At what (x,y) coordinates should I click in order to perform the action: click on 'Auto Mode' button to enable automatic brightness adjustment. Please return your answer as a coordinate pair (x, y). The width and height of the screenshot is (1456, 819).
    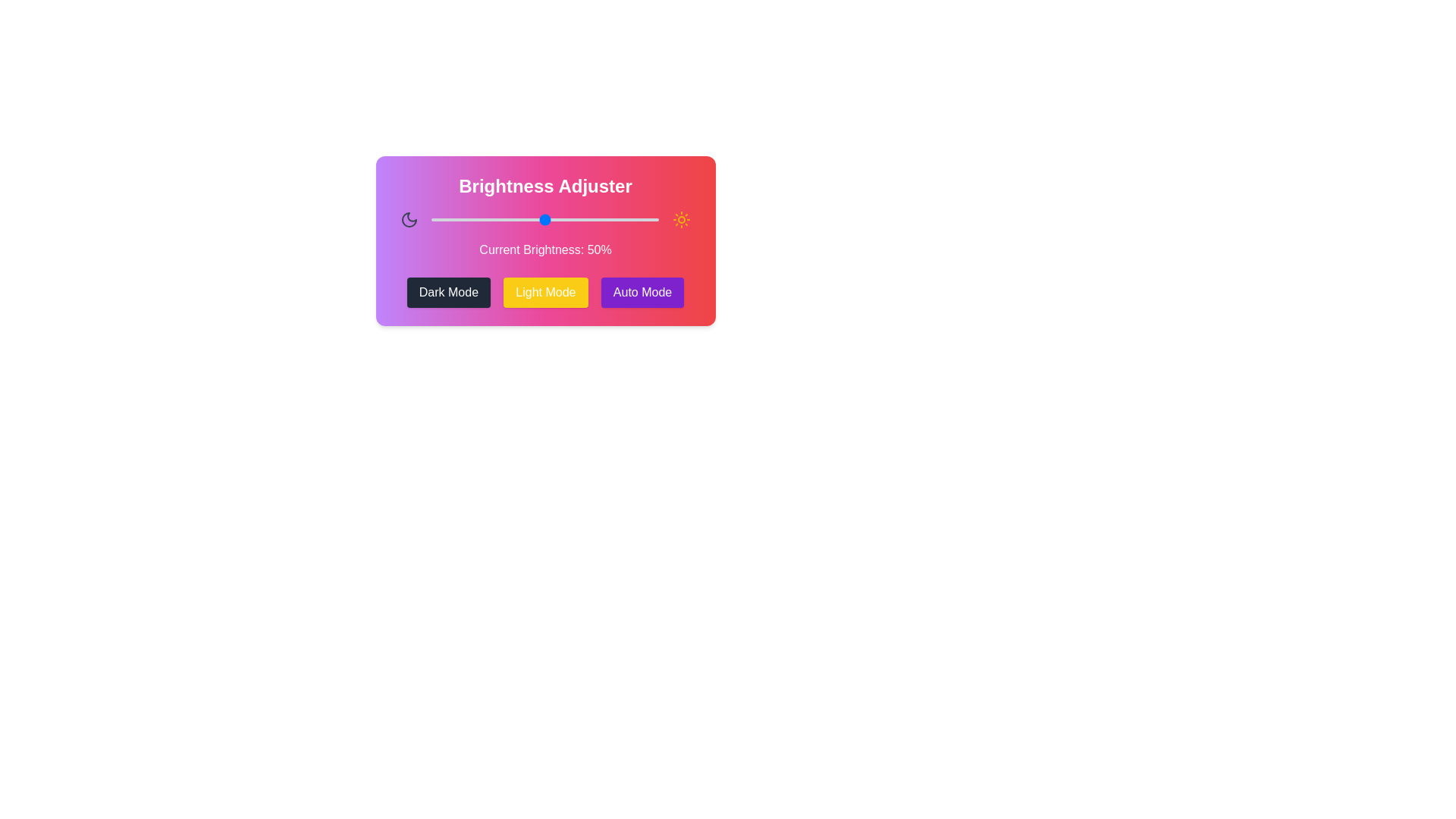
    Looking at the image, I should click on (642, 292).